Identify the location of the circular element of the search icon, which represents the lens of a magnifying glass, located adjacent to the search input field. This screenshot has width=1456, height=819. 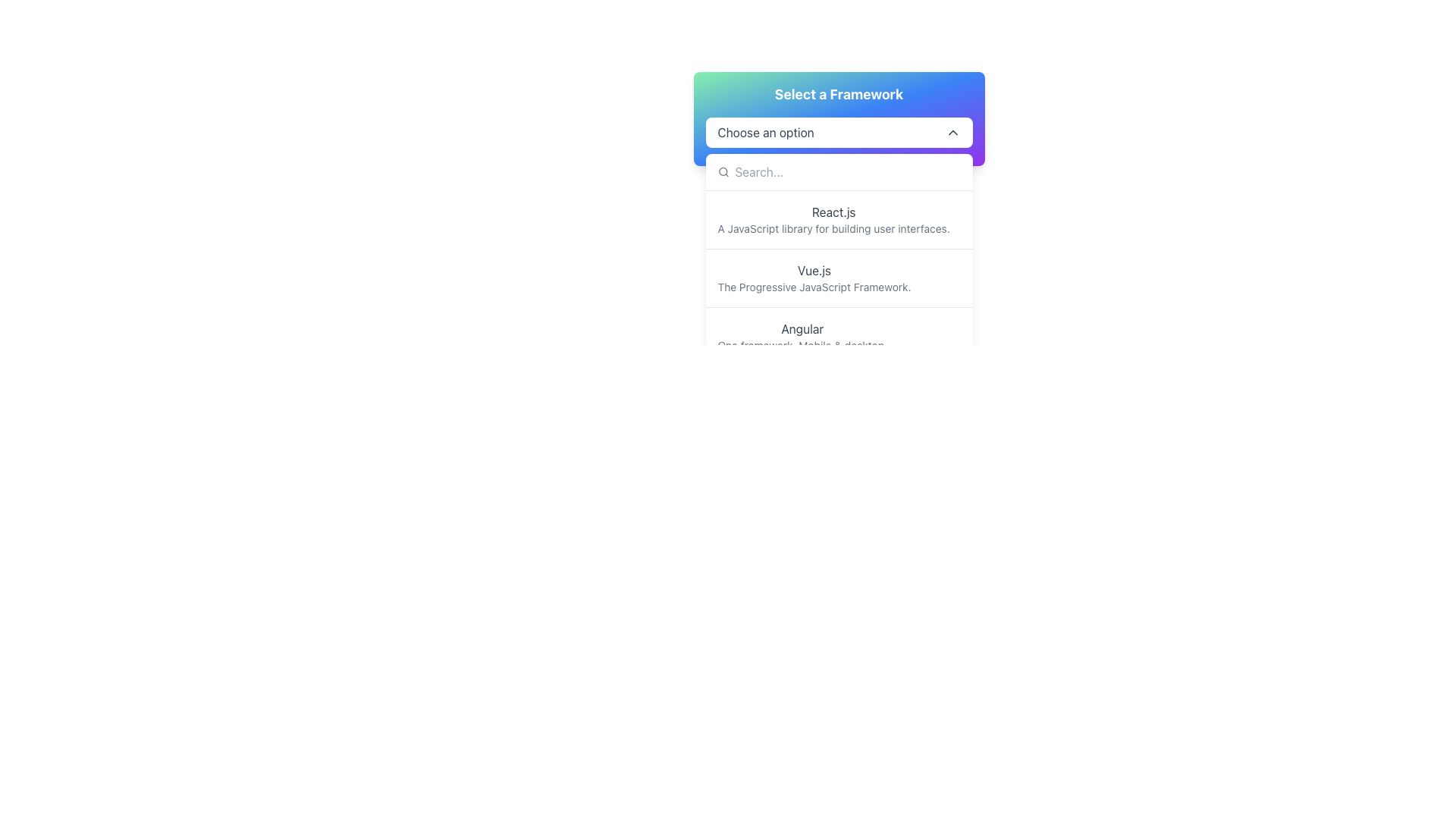
(722, 171).